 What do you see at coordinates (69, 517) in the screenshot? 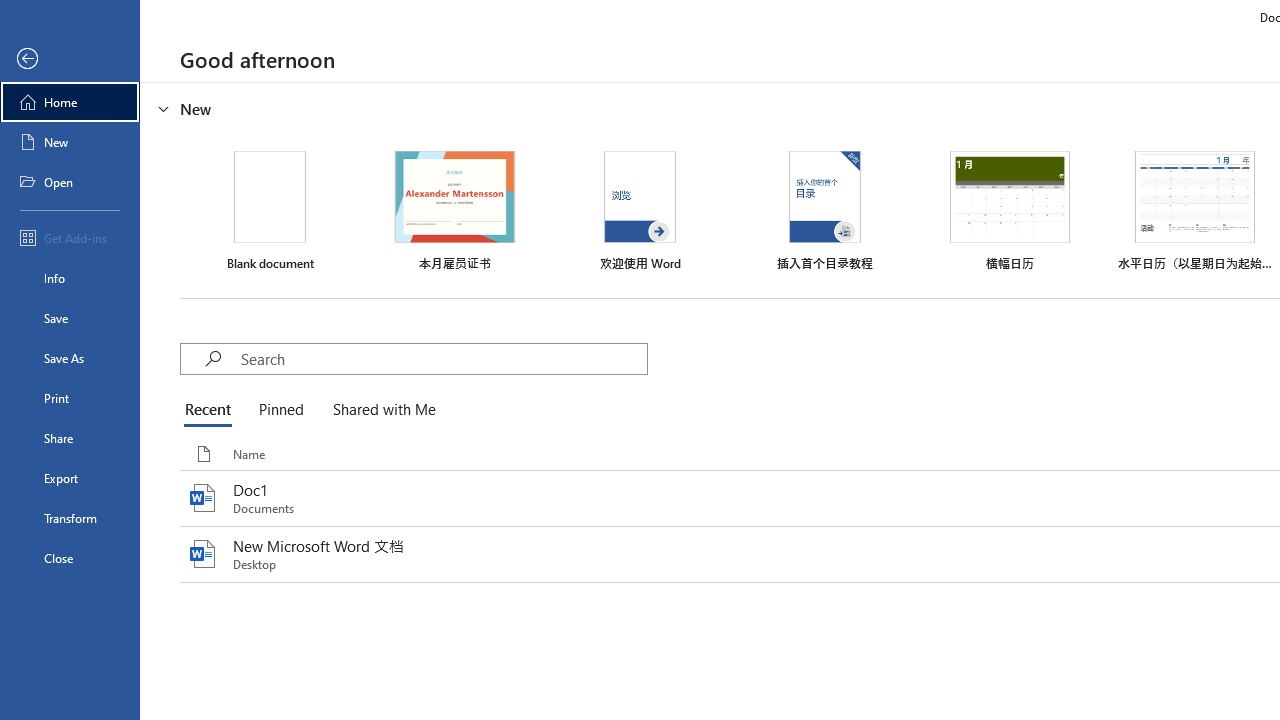
I see `'Transform'` at bounding box center [69, 517].